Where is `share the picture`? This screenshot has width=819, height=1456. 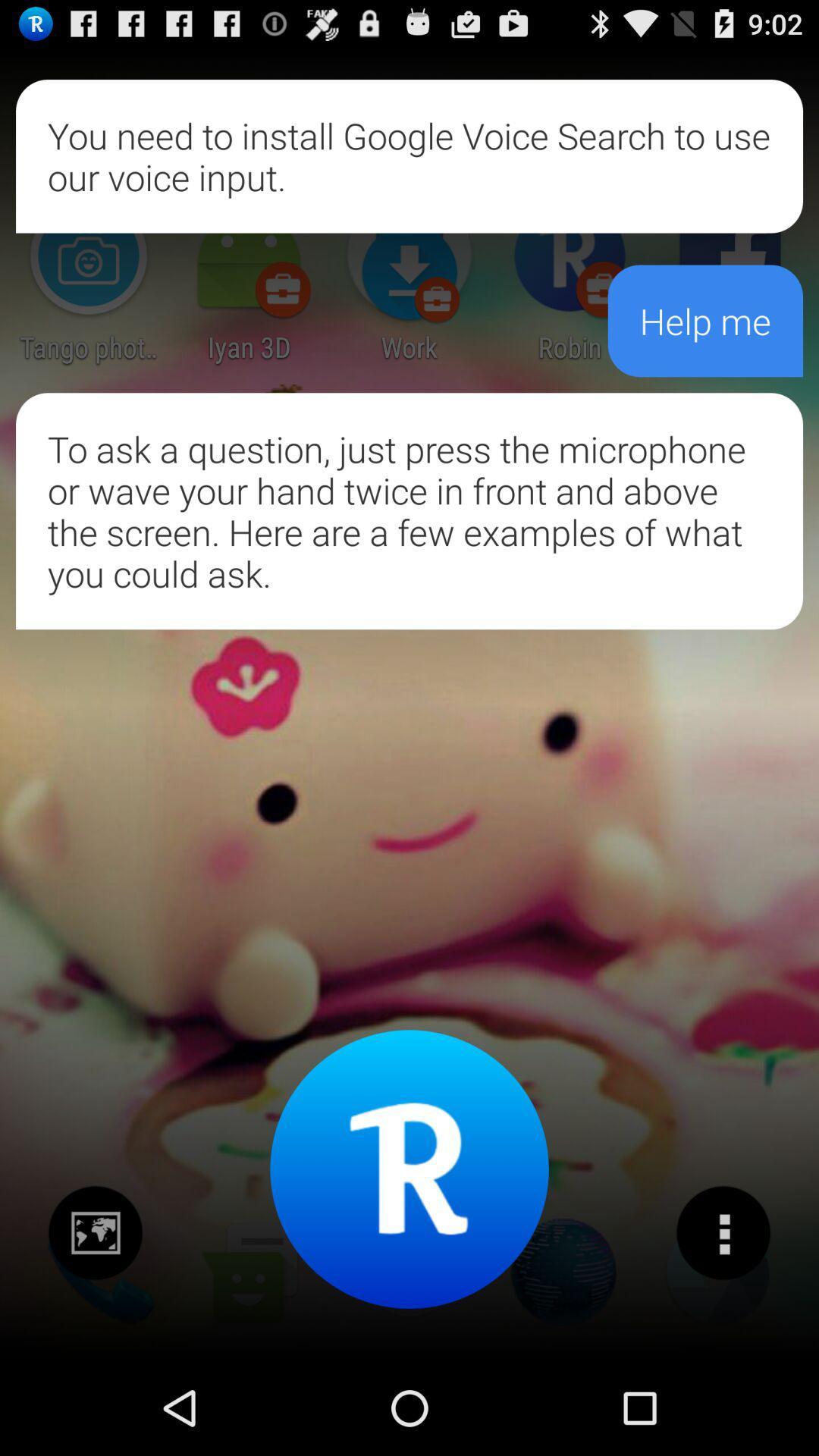 share the picture is located at coordinates (96, 1233).